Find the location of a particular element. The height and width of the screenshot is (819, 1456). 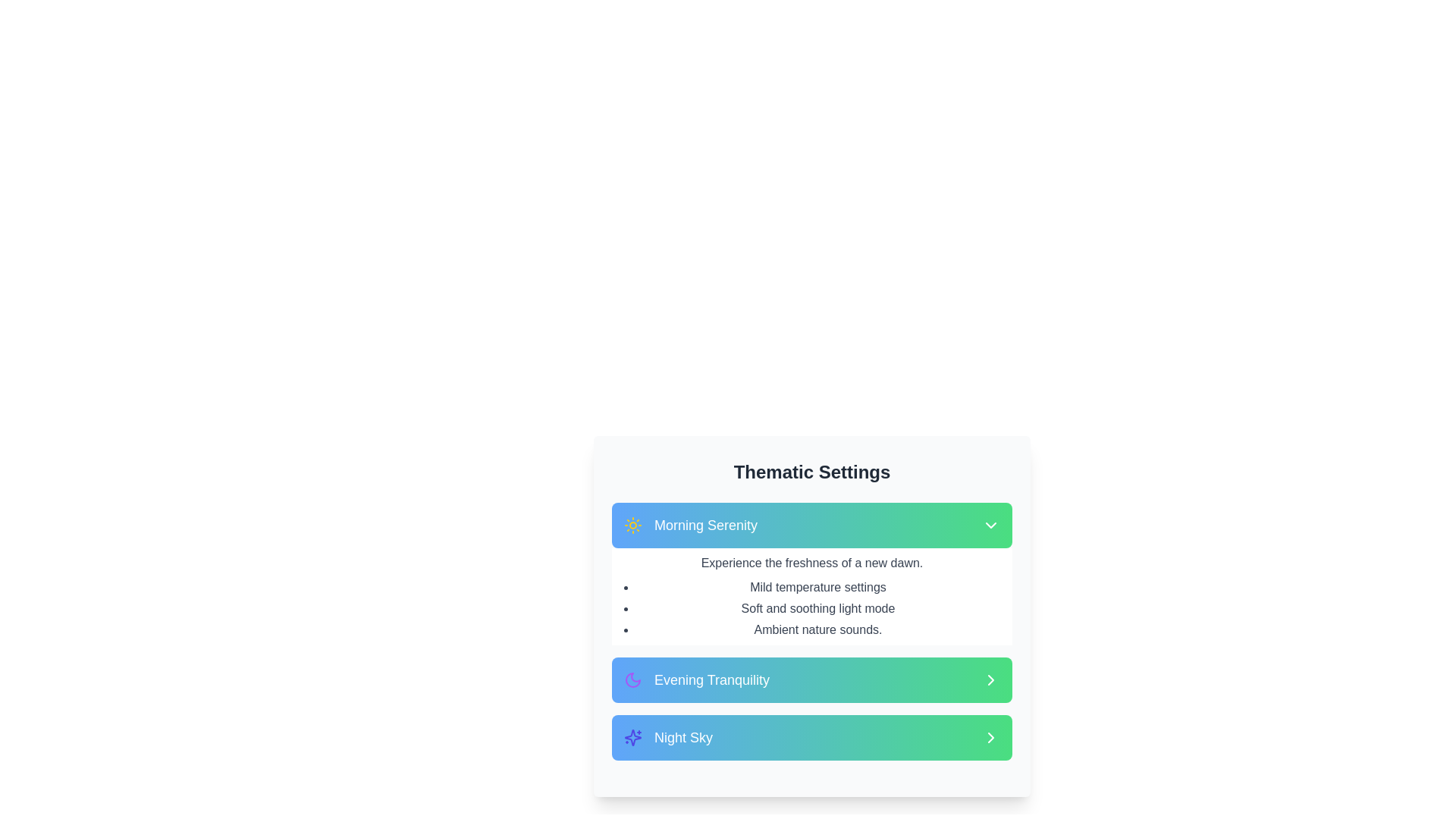

the button for 'Evening Tranquility' located in the 'Thematic Settings' section, which is the second item in the list between 'Morning Serenity' and 'Night Sky' is located at coordinates (811, 679).